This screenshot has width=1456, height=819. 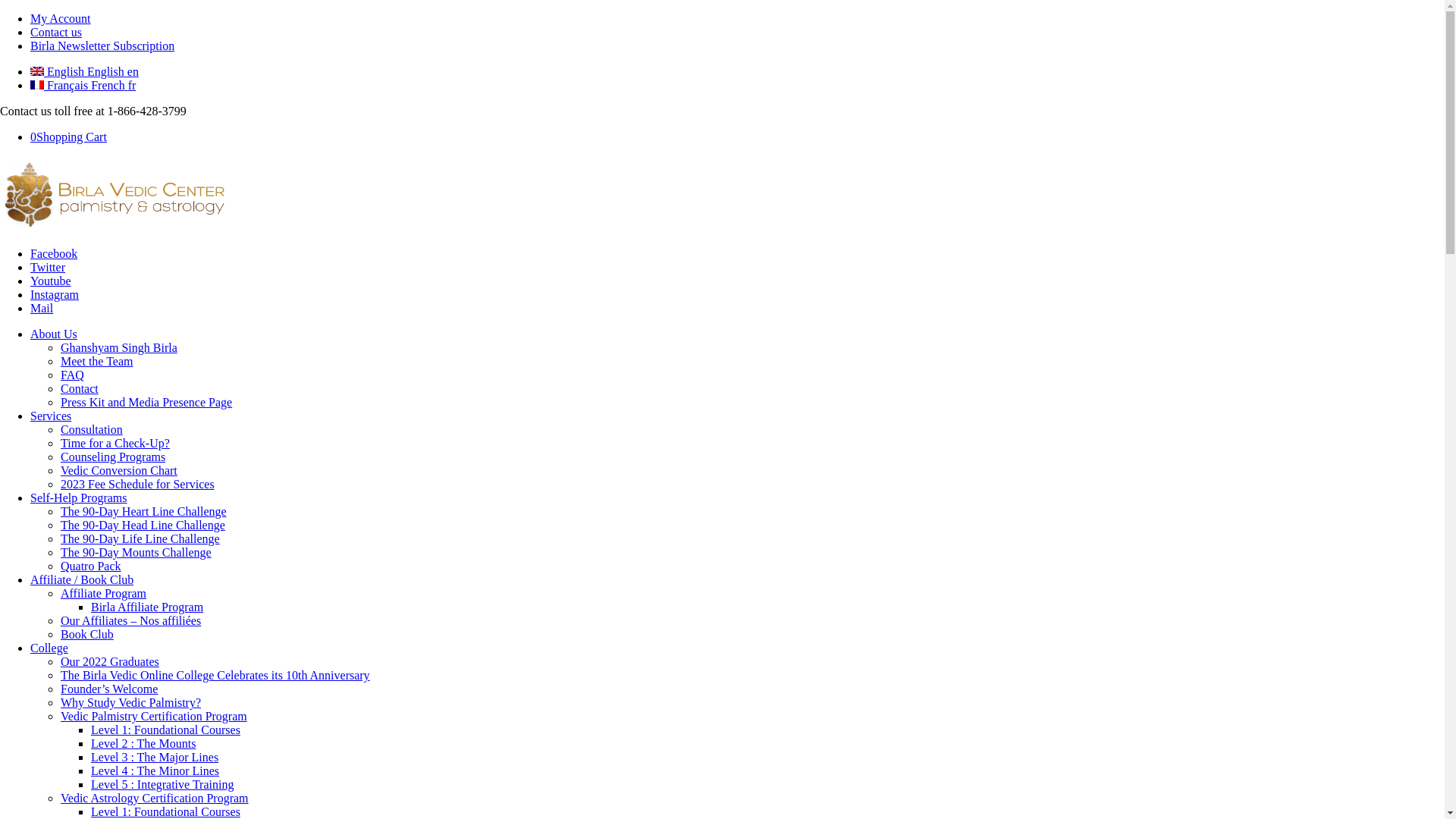 What do you see at coordinates (101, 45) in the screenshot?
I see `'Birla Newsletter Subscription'` at bounding box center [101, 45].